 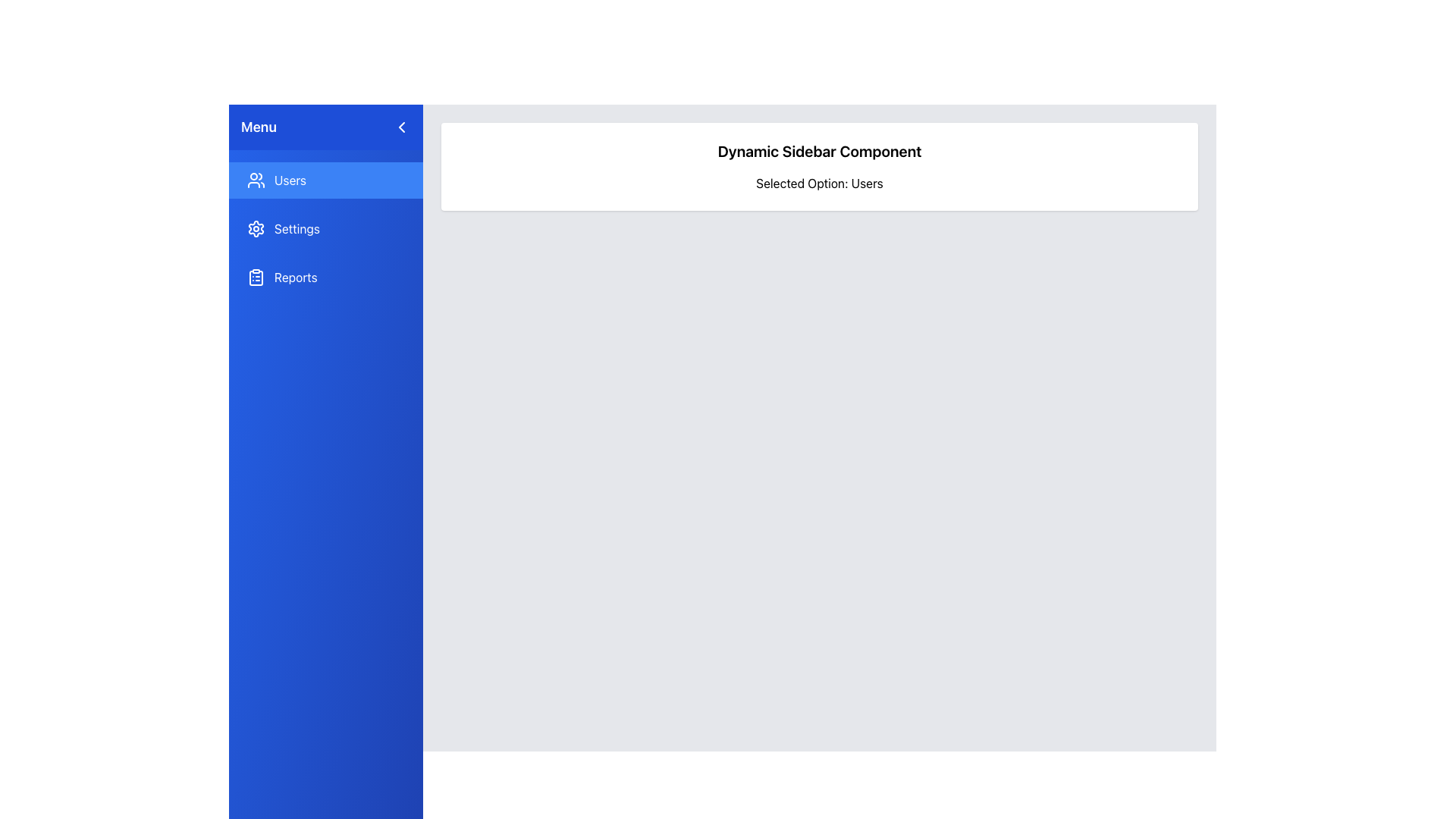 I want to click on the clipboard list icon in the sidebar menu next to the 'Reports' menu item, so click(x=256, y=278).